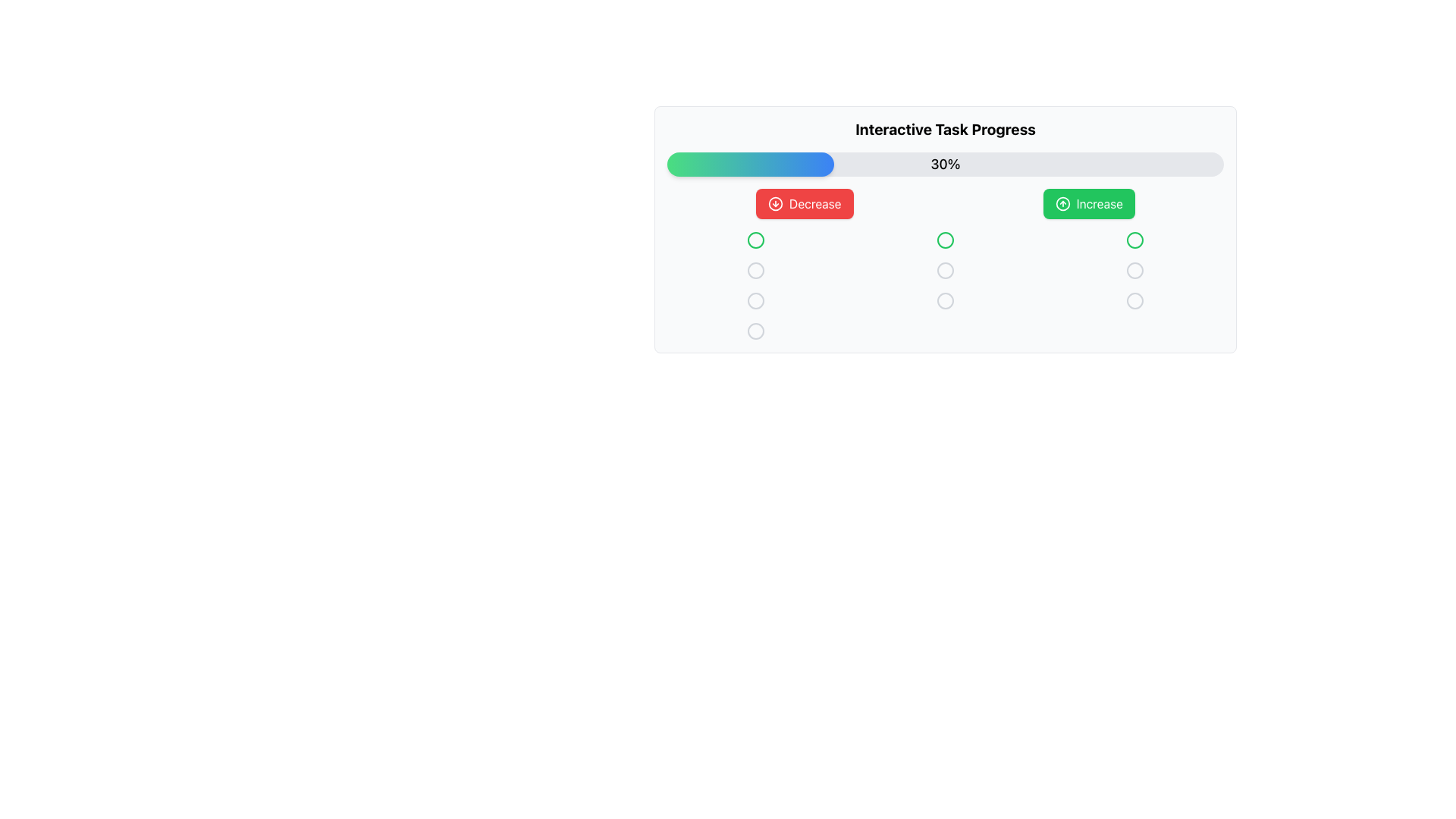  I want to click on the circular SVG element with a green stroke outline, so click(1135, 239).